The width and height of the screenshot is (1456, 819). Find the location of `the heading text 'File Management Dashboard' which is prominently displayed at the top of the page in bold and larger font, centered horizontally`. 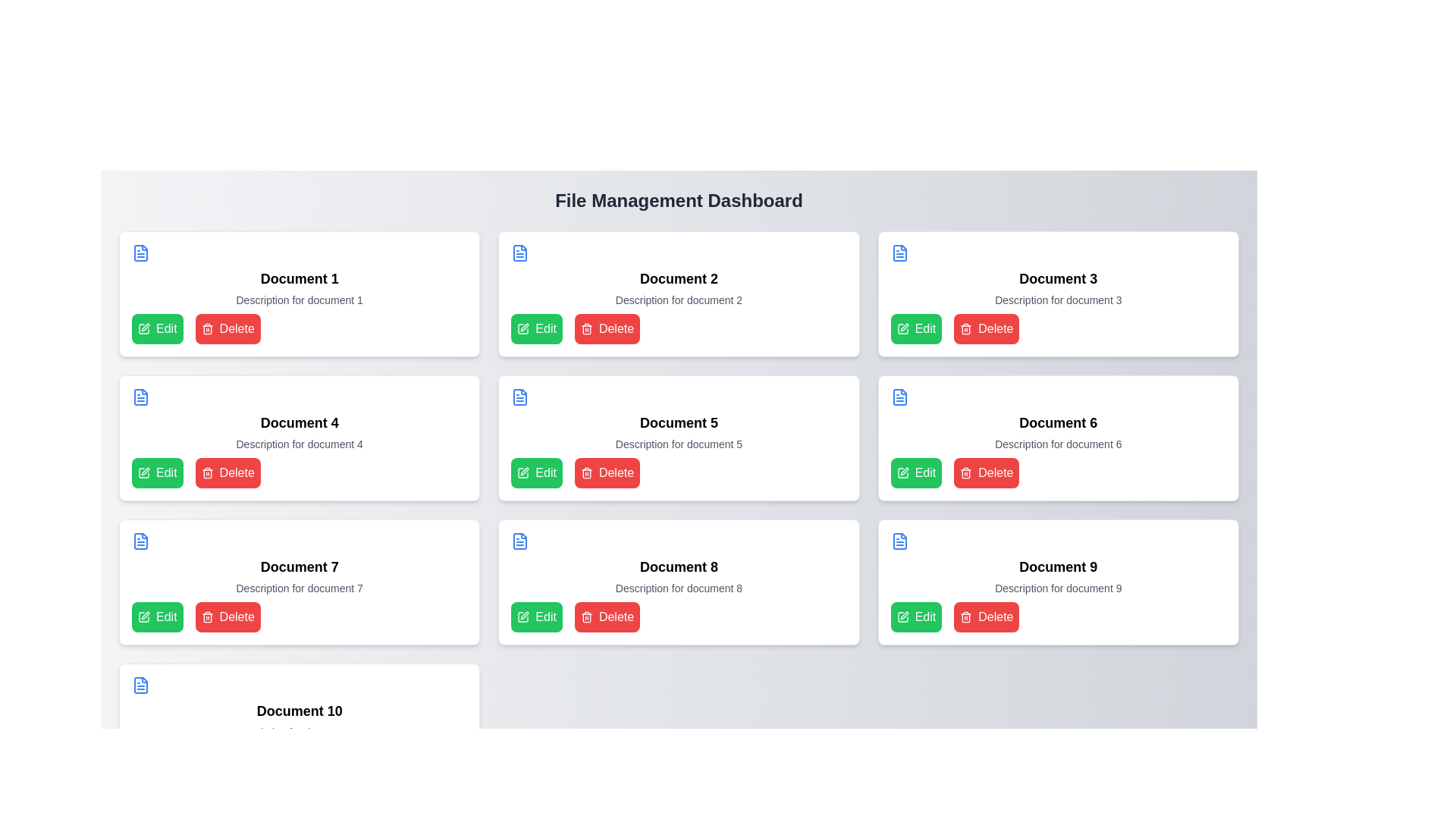

the heading text 'File Management Dashboard' which is prominently displayed at the top of the page in bold and larger font, centered horizontally is located at coordinates (678, 200).